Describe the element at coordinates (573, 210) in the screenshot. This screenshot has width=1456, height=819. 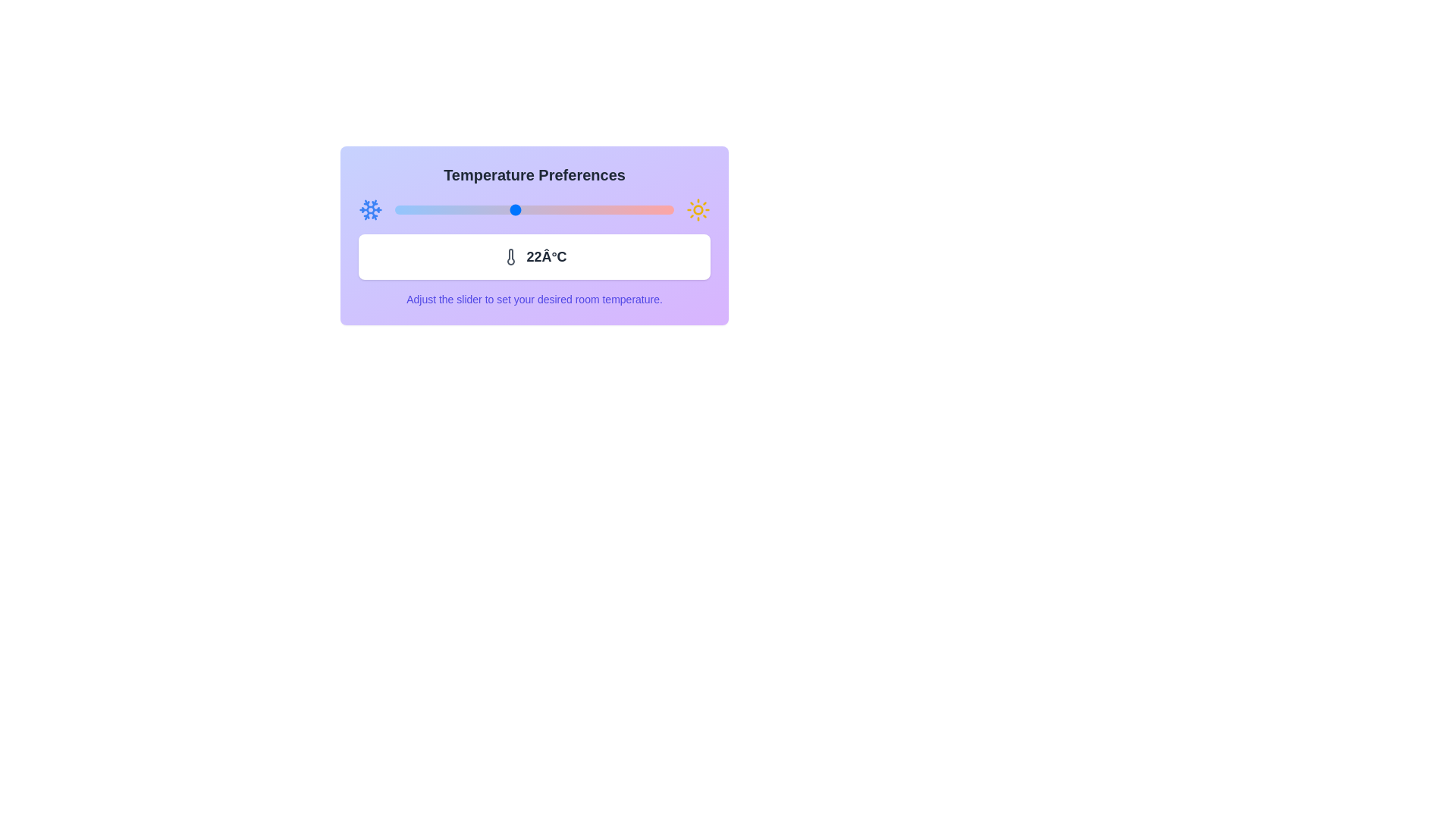
I see `the slider to set the temperature to 25°C` at that location.